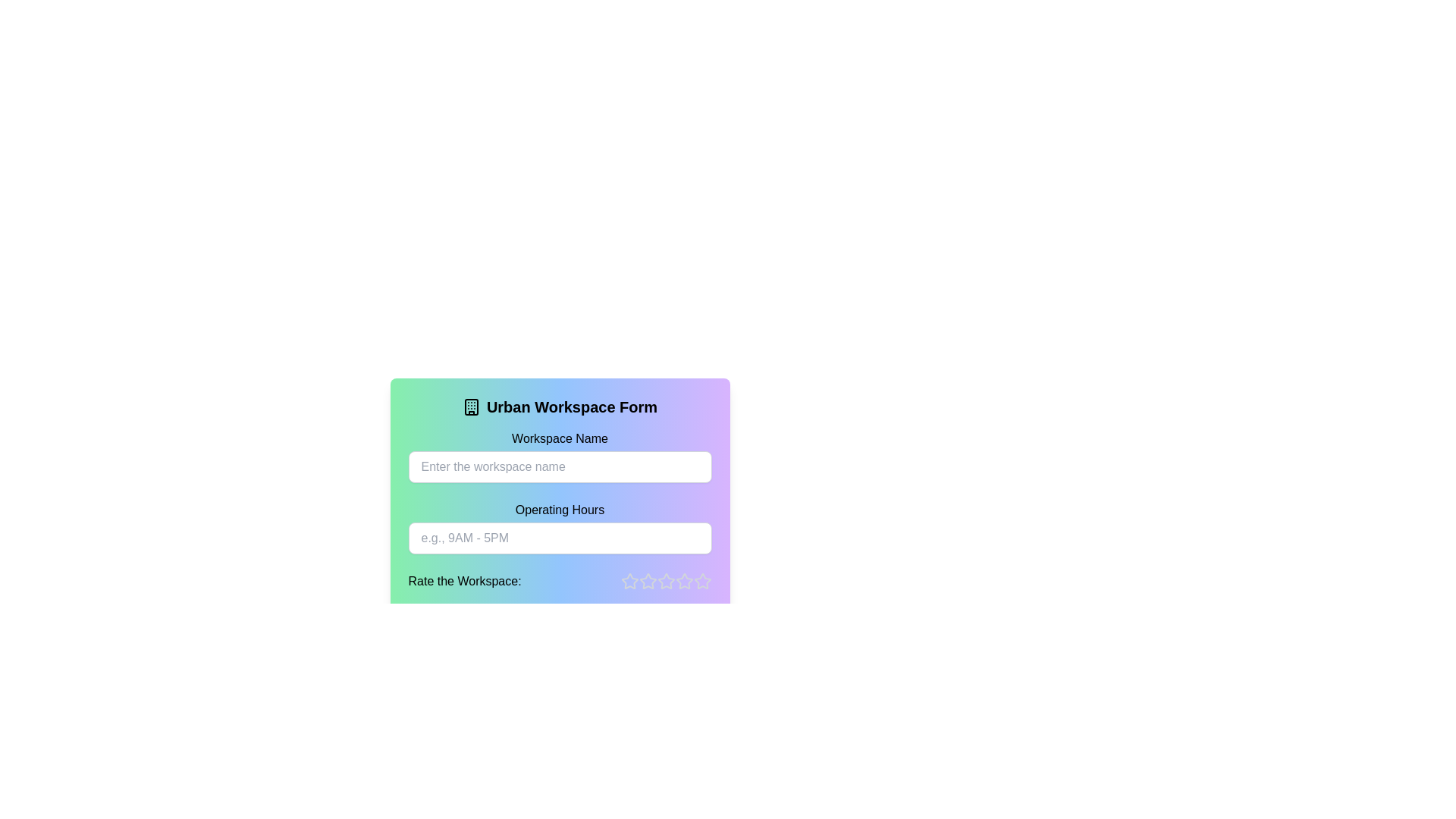  I want to click on the label text that reads 'Workspace Name' styled in bold black font, located just above the input field for entering the workspace name in the Urban Workspace Form, so click(559, 438).